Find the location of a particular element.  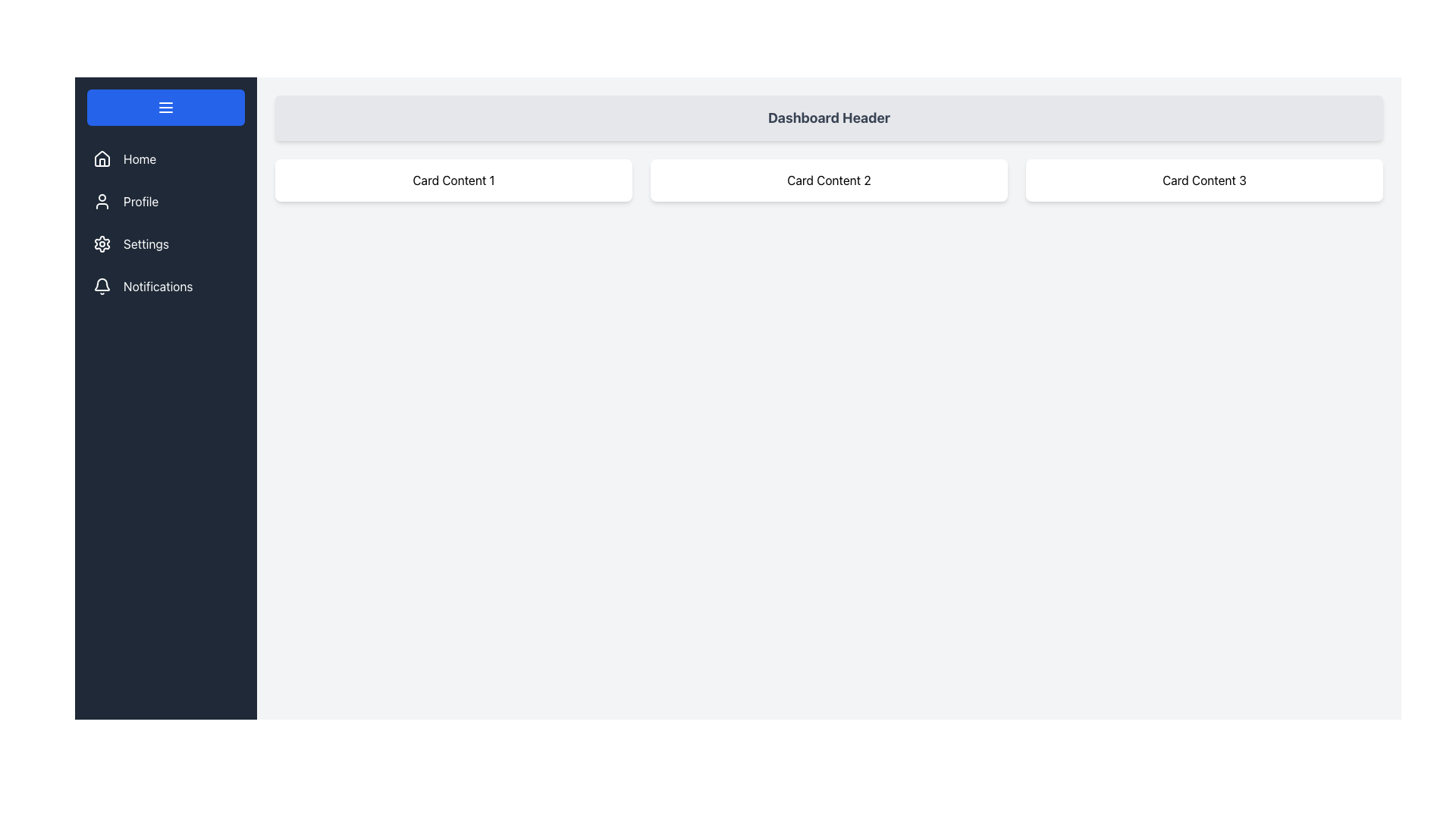

the 'Home' icon in the navigation menu is located at coordinates (101, 158).